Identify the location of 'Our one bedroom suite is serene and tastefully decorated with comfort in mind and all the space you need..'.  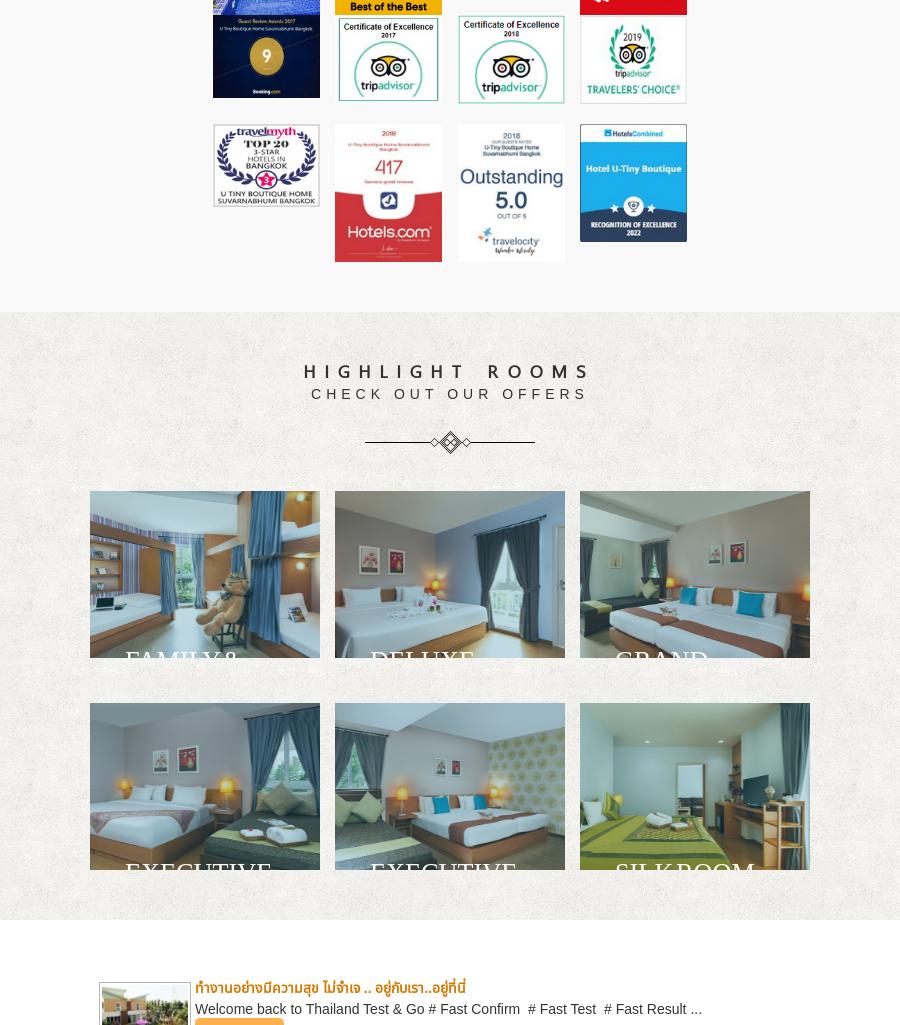
(692, 944).